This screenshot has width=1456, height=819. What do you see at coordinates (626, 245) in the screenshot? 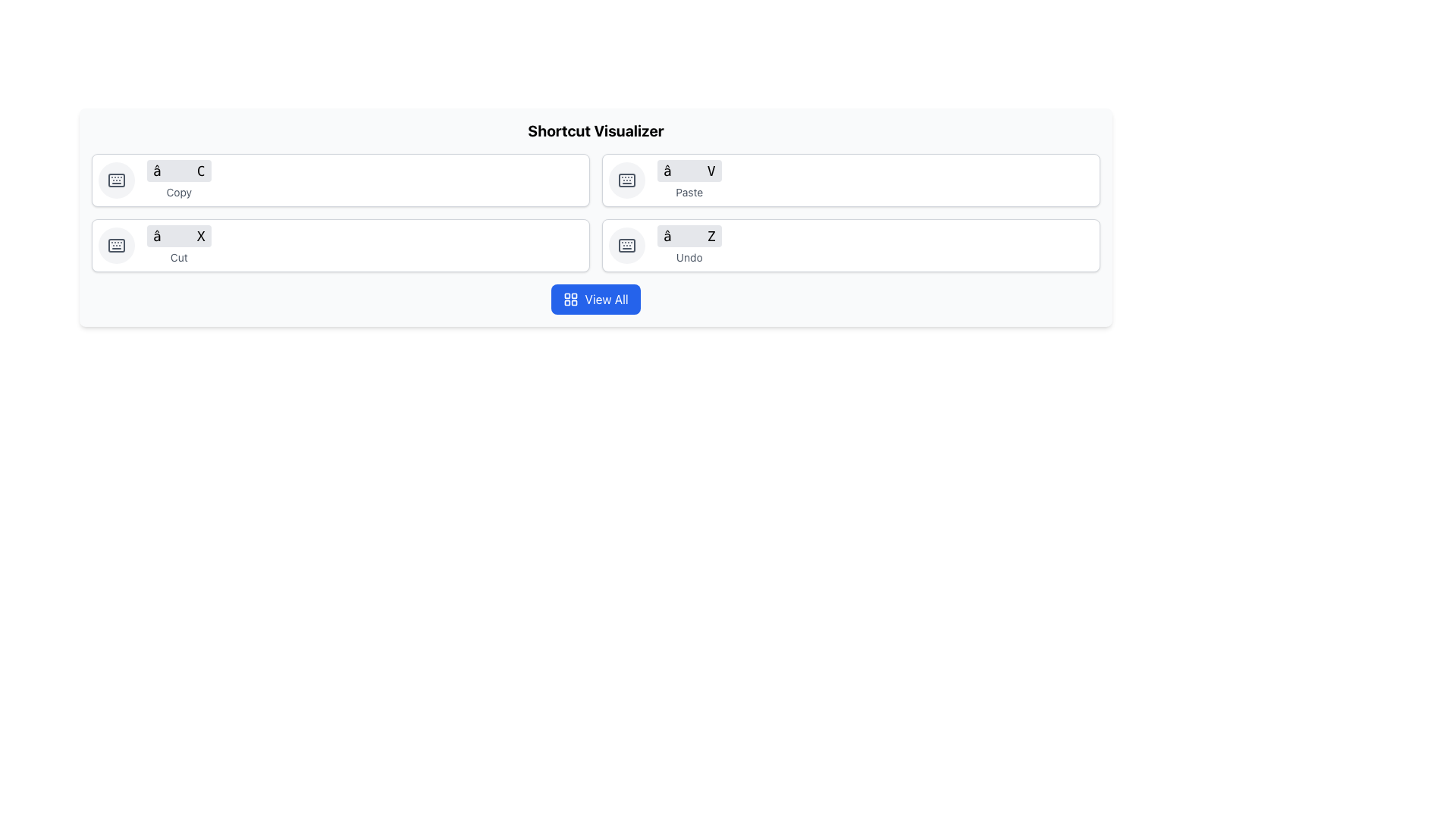
I see `the central rectangular SVG shape with rounded corners that is part of the keyboard icon` at bounding box center [626, 245].